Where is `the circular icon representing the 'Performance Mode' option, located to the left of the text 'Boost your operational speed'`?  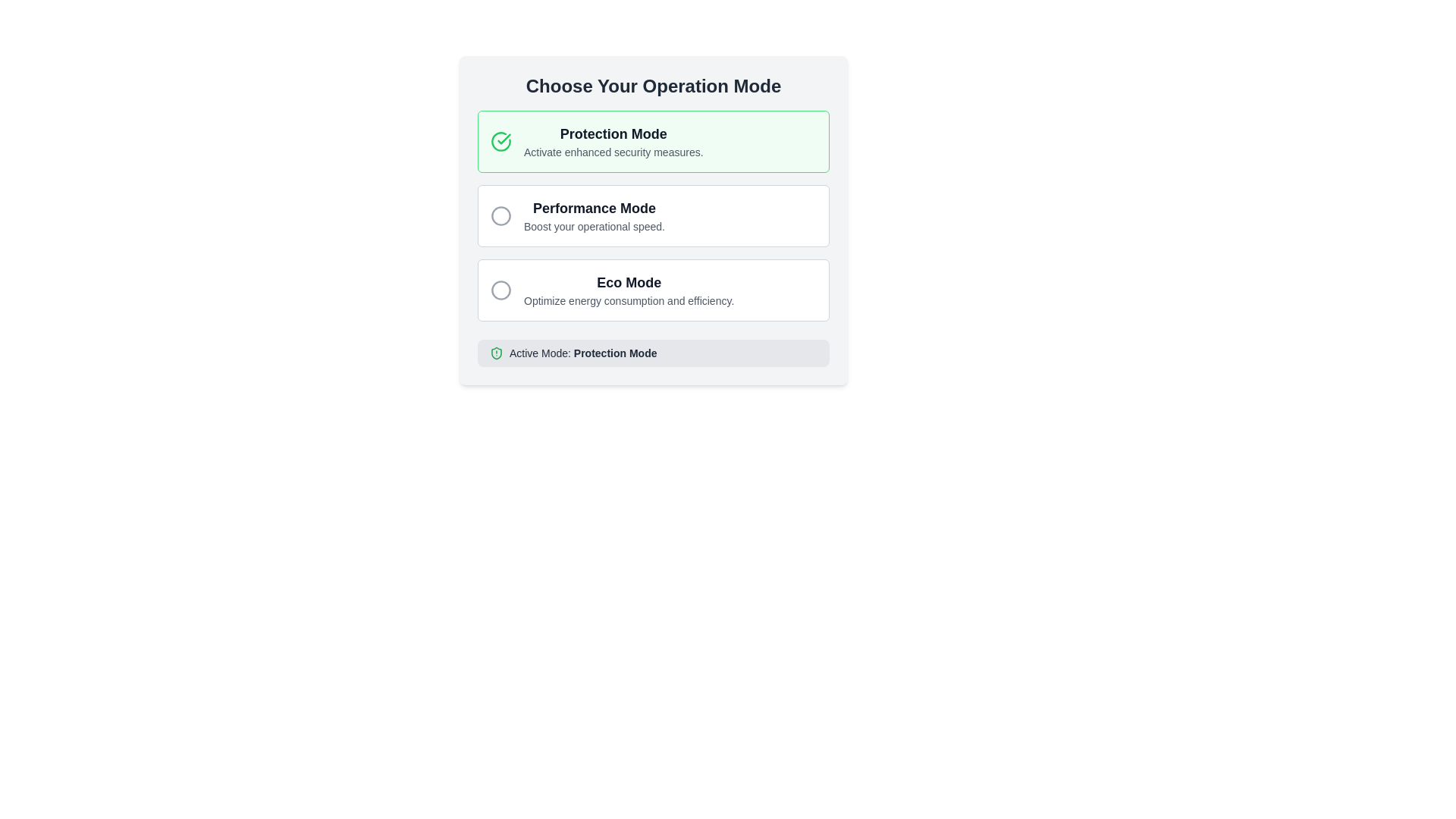 the circular icon representing the 'Performance Mode' option, located to the left of the text 'Boost your operational speed' is located at coordinates (501, 216).